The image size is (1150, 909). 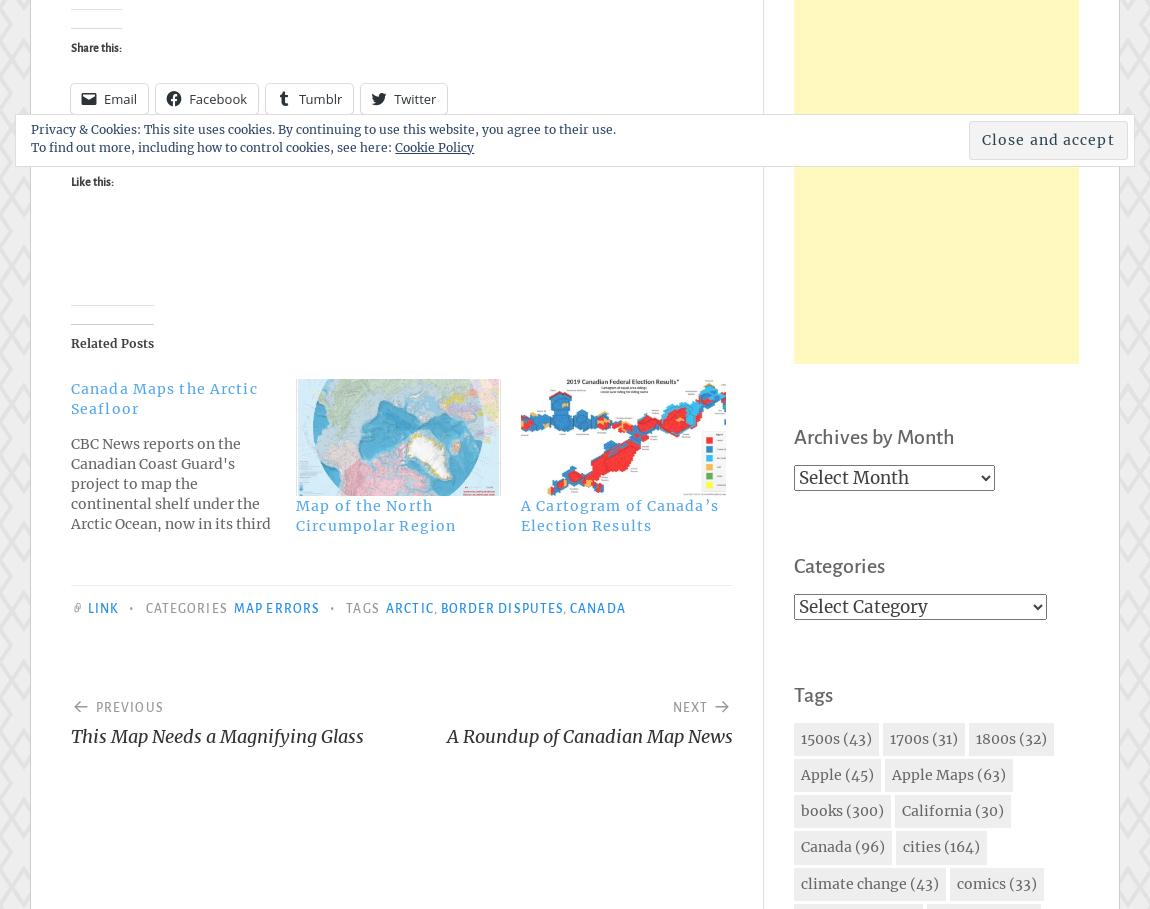 What do you see at coordinates (128, 707) in the screenshot?
I see `'Previous'` at bounding box center [128, 707].